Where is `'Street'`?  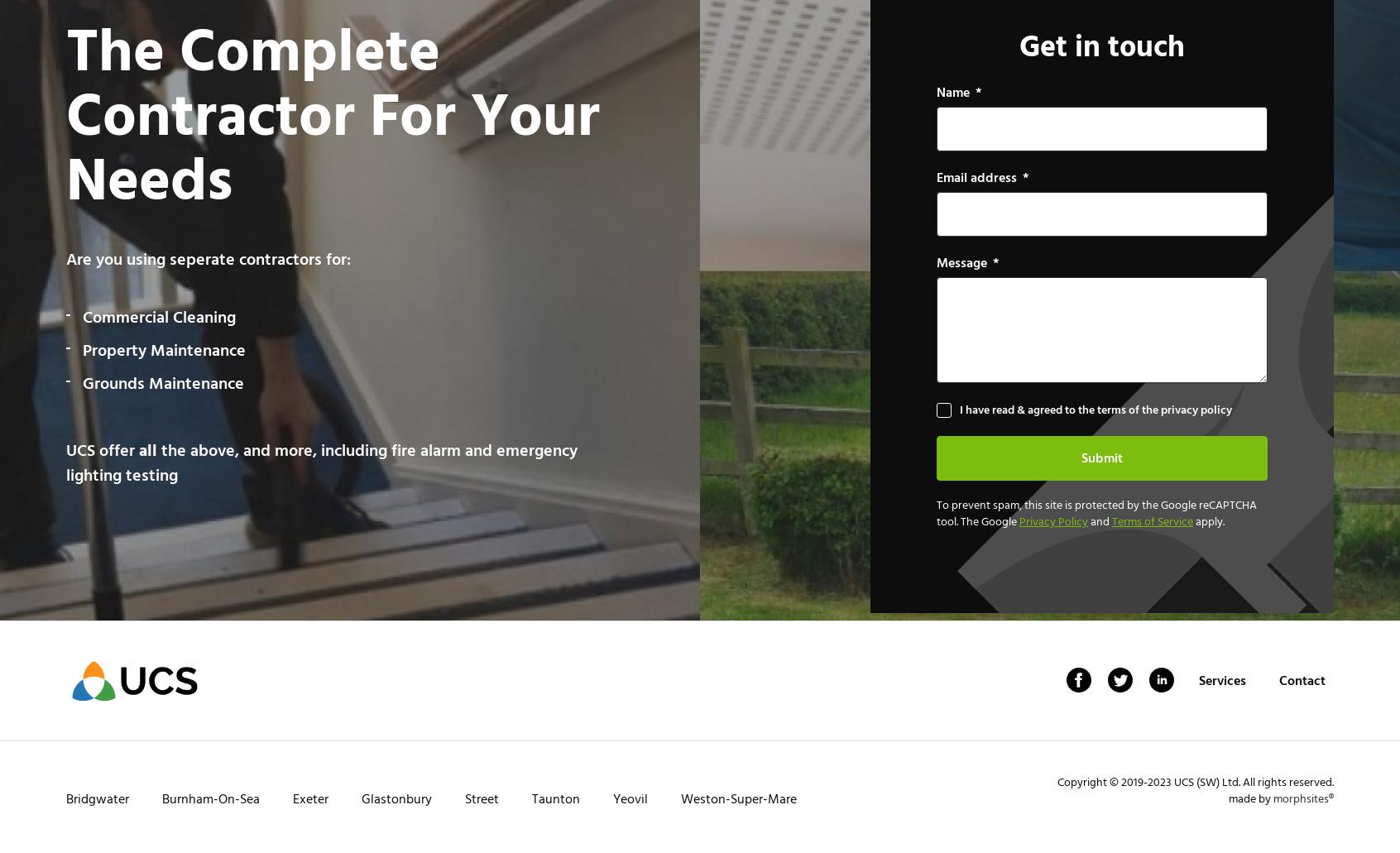 'Street' is located at coordinates (481, 798).